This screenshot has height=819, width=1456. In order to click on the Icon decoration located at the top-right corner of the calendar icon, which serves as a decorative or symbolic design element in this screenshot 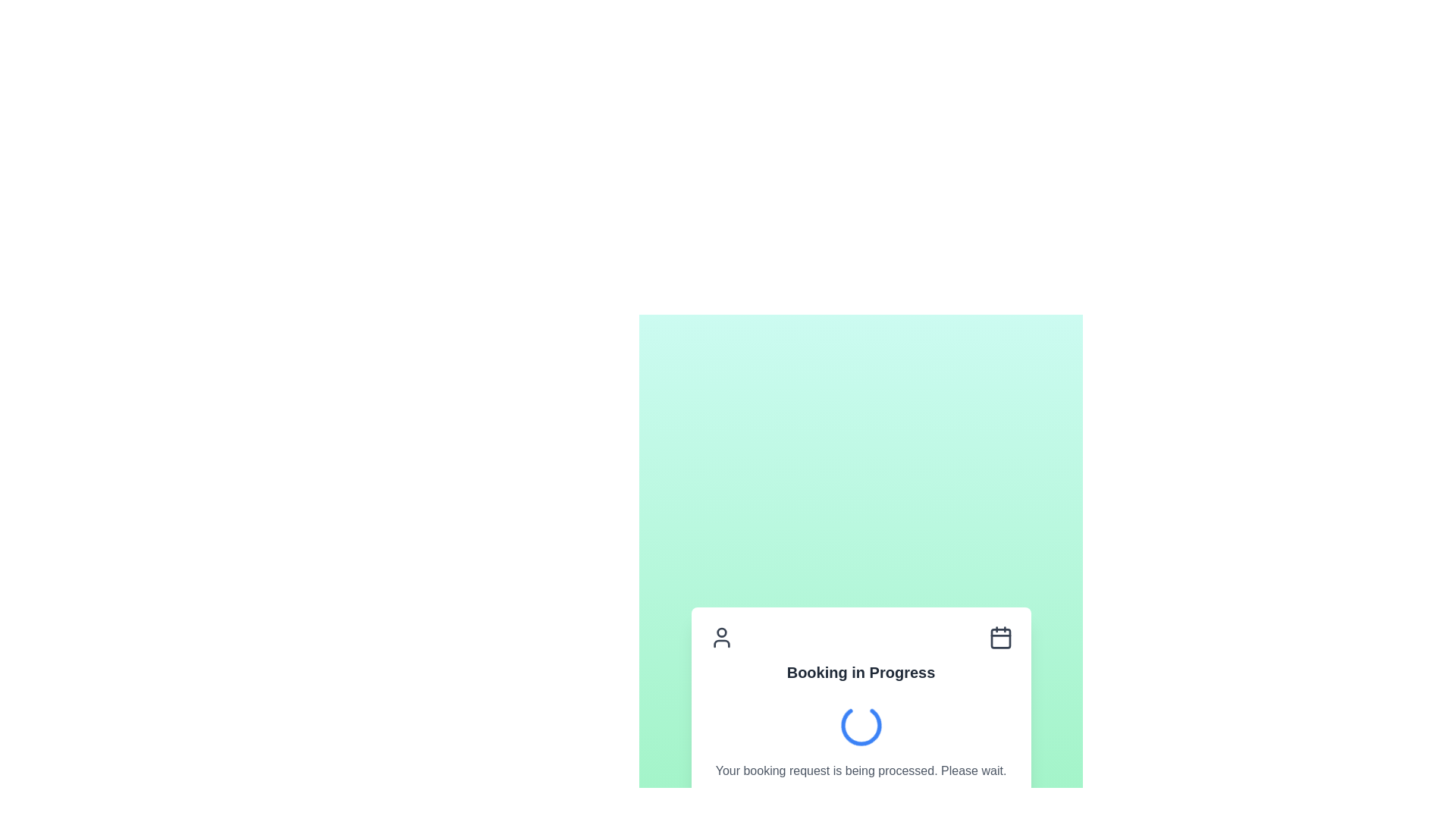, I will do `click(1000, 639)`.